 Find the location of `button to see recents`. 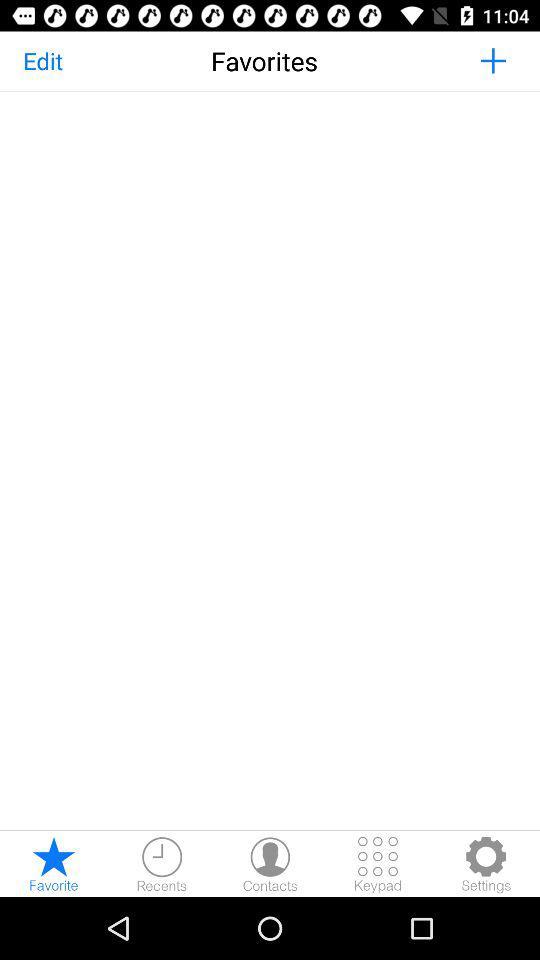

button to see recents is located at coordinates (161, 863).